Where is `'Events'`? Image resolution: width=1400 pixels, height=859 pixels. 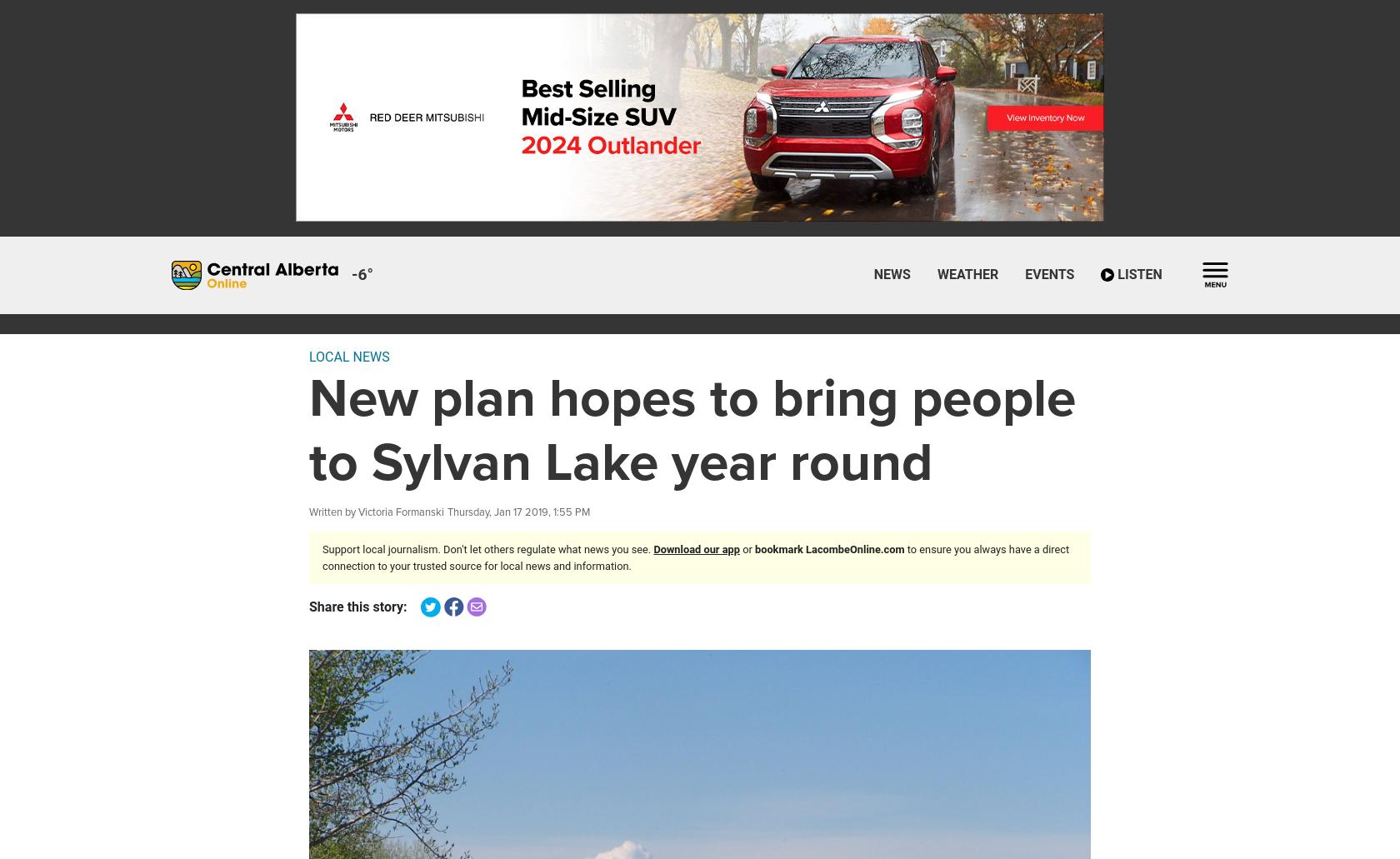 'Events' is located at coordinates (1024, 273).